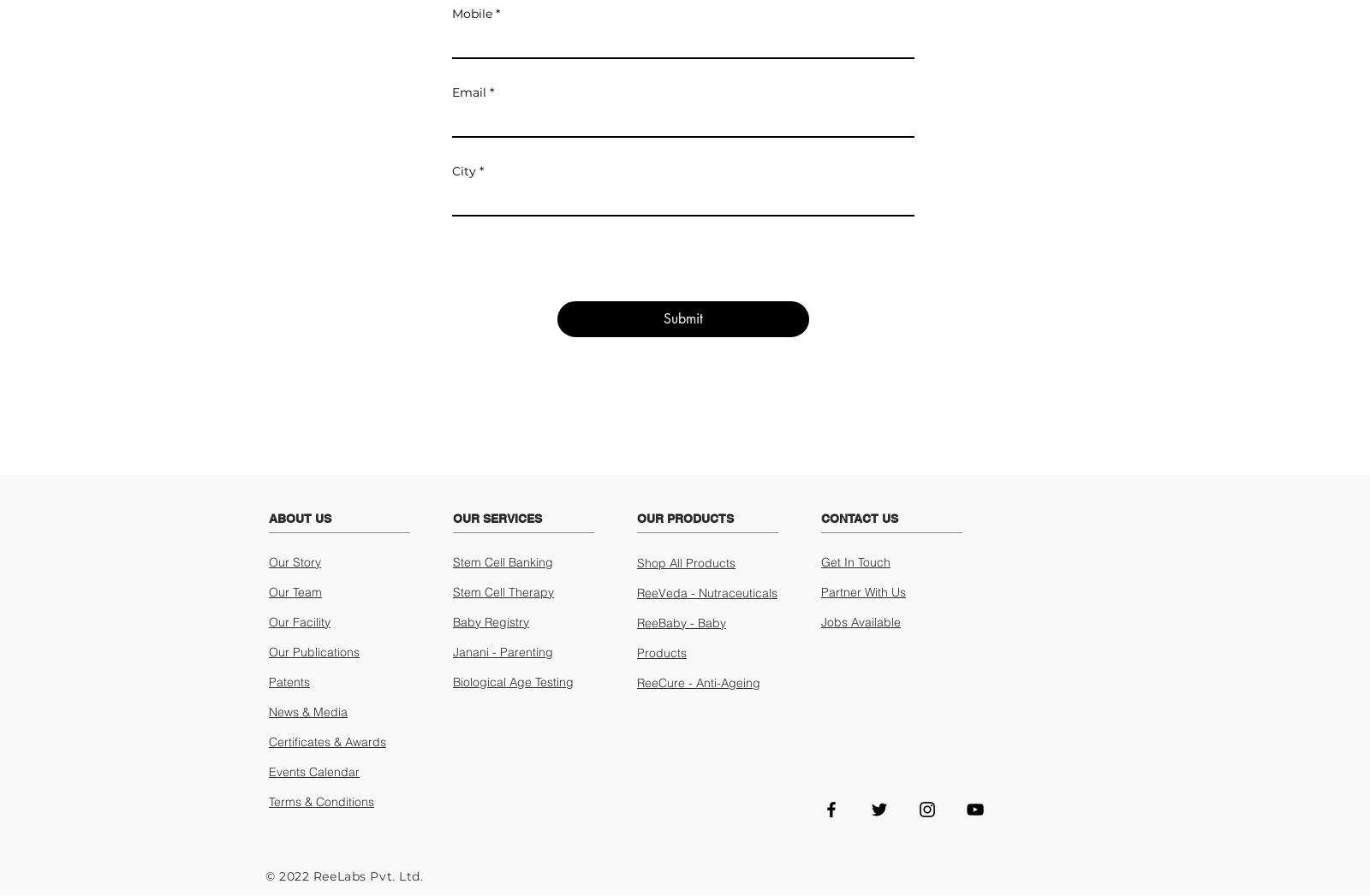  Describe the element at coordinates (496, 516) in the screenshot. I see `'OUR SERVICES'` at that location.